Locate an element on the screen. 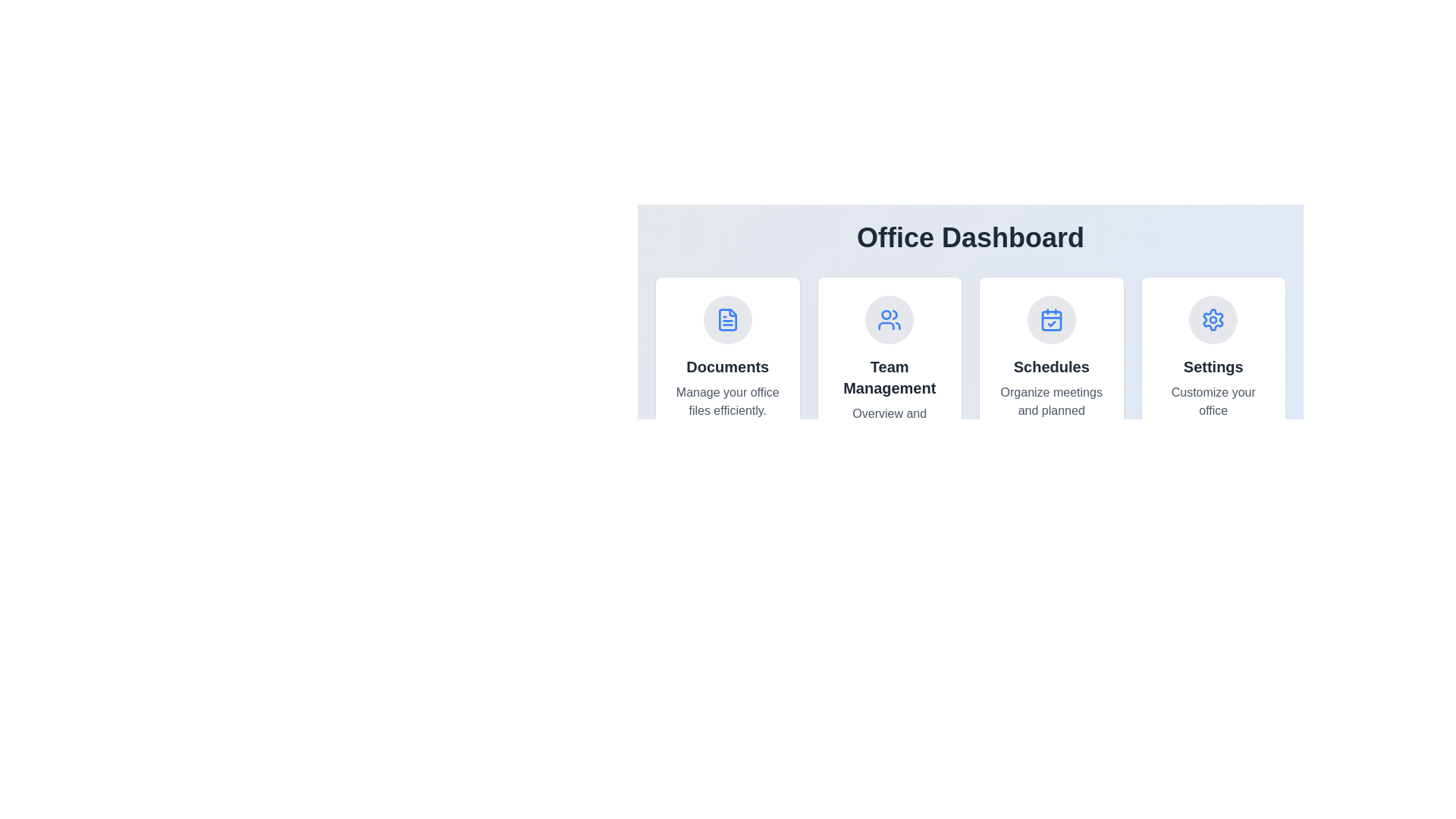 This screenshot has height=819, width=1456. the fourth card in the grid layout is located at coordinates (1212, 376).